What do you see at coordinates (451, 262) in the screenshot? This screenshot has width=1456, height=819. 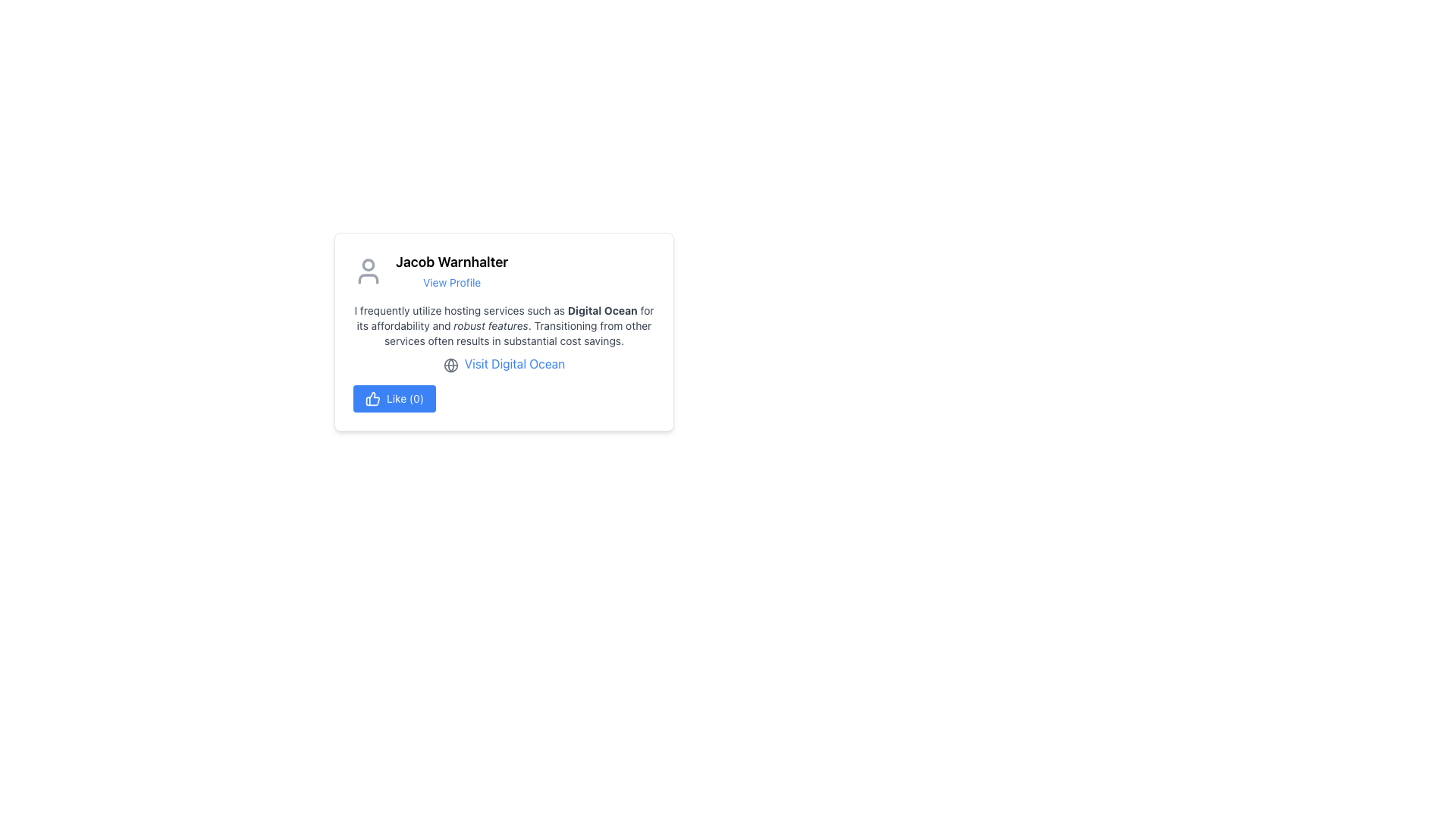 I see `the text label 'Jacob Warnhalter', which is styled in bold and larger size, located at the top of a card-like user interface` at bounding box center [451, 262].